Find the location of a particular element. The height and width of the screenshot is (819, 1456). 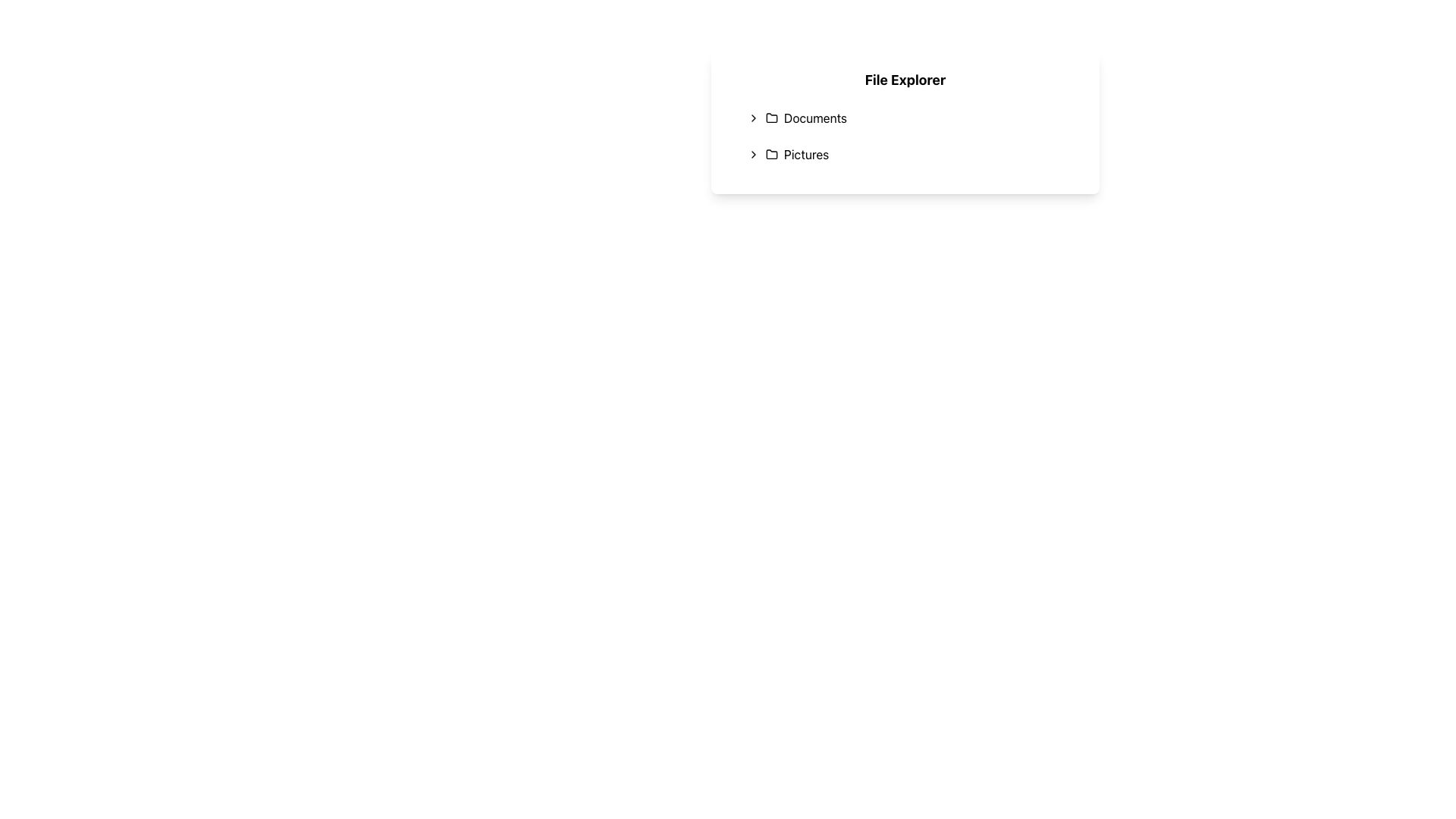

the right-facing Chevron icon is located at coordinates (753, 155).